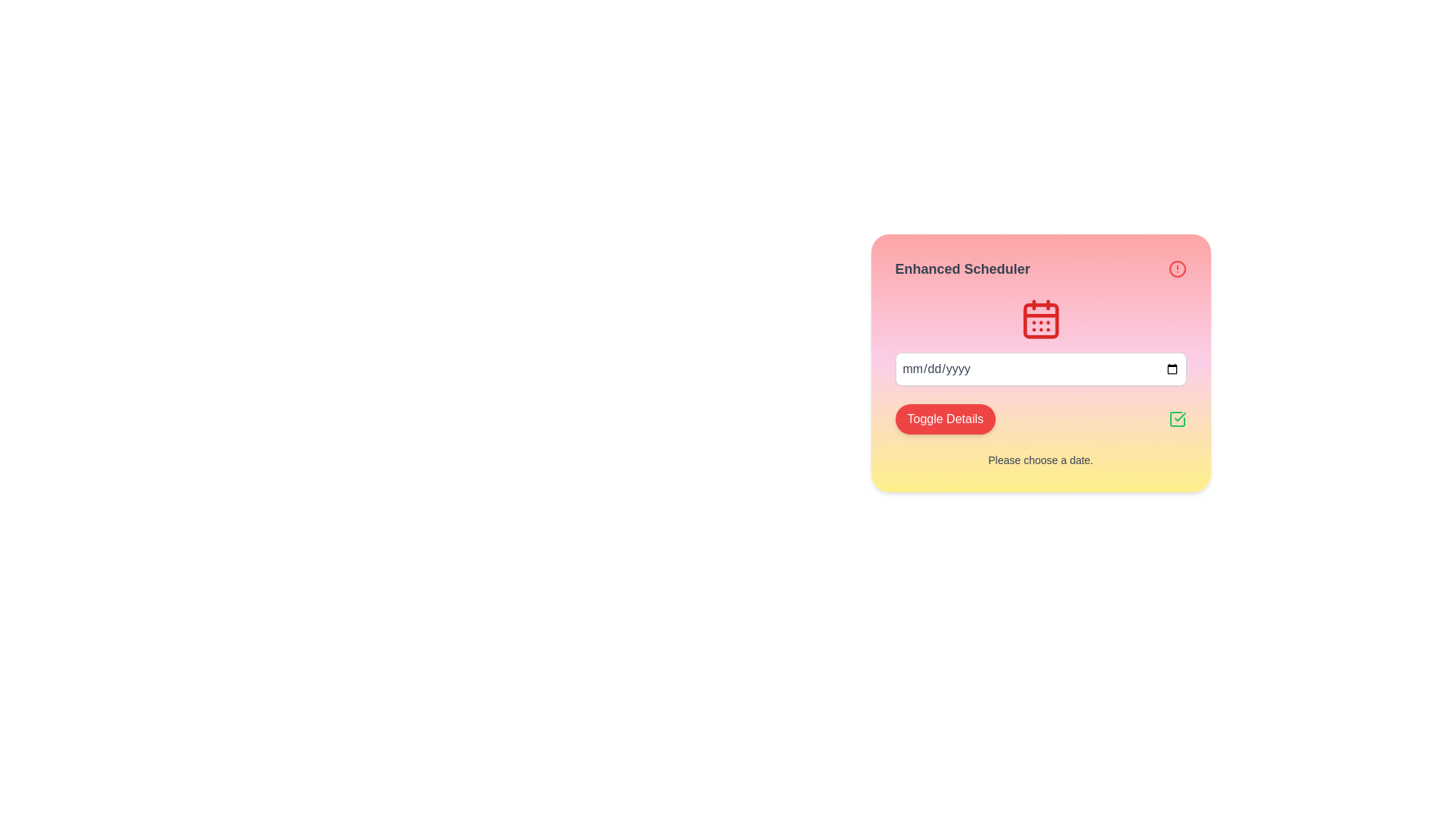 This screenshot has height=819, width=1456. What do you see at coordinates (944, 419) in the screenshot?
I see `the red button labeled 'Toggle Details', which is centrally located below the date input field and above the informational text` at bounding box center [944, 419].